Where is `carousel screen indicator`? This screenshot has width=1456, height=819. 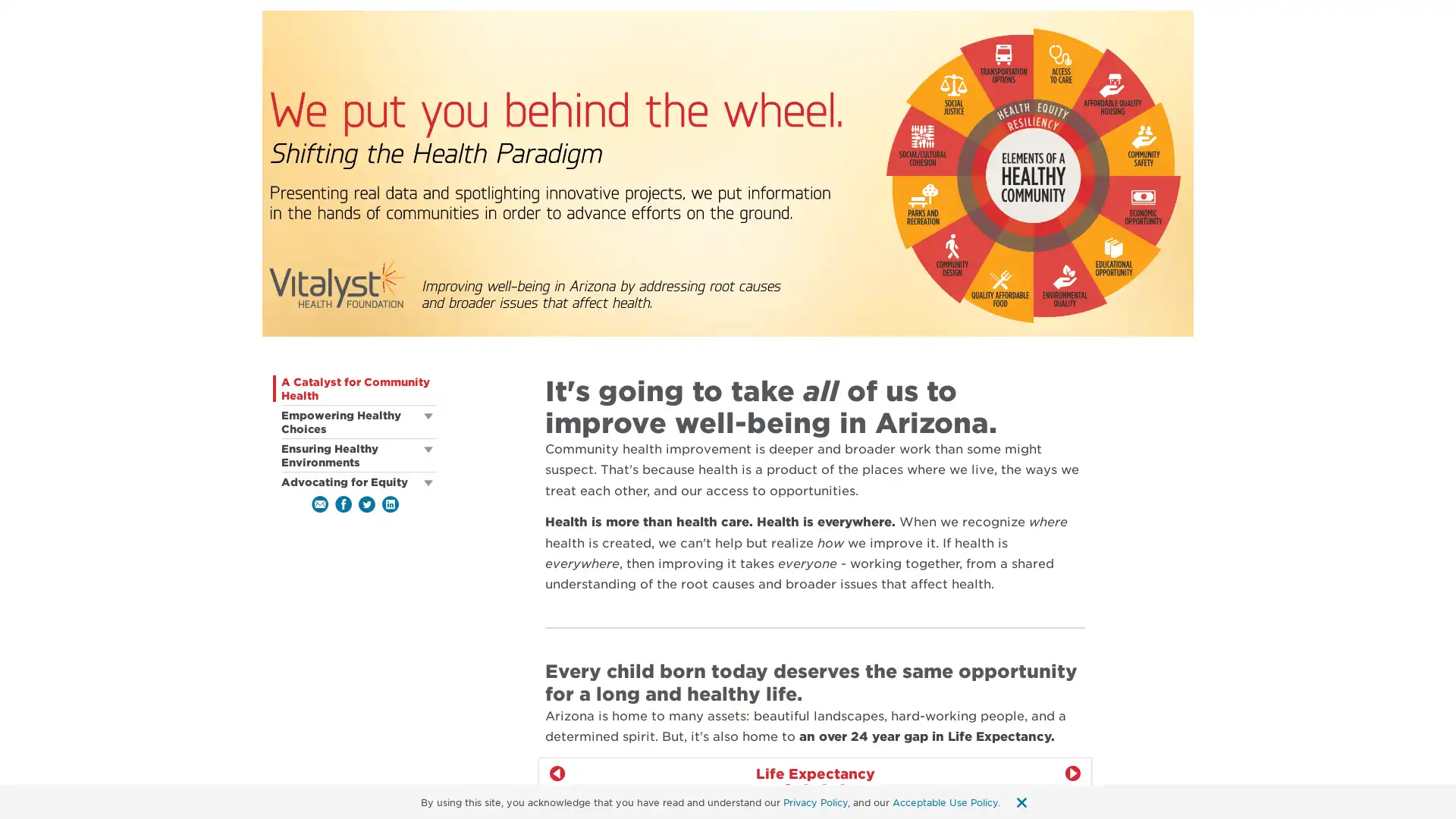
carousel screen indicator is located at coordinates (805, 788).